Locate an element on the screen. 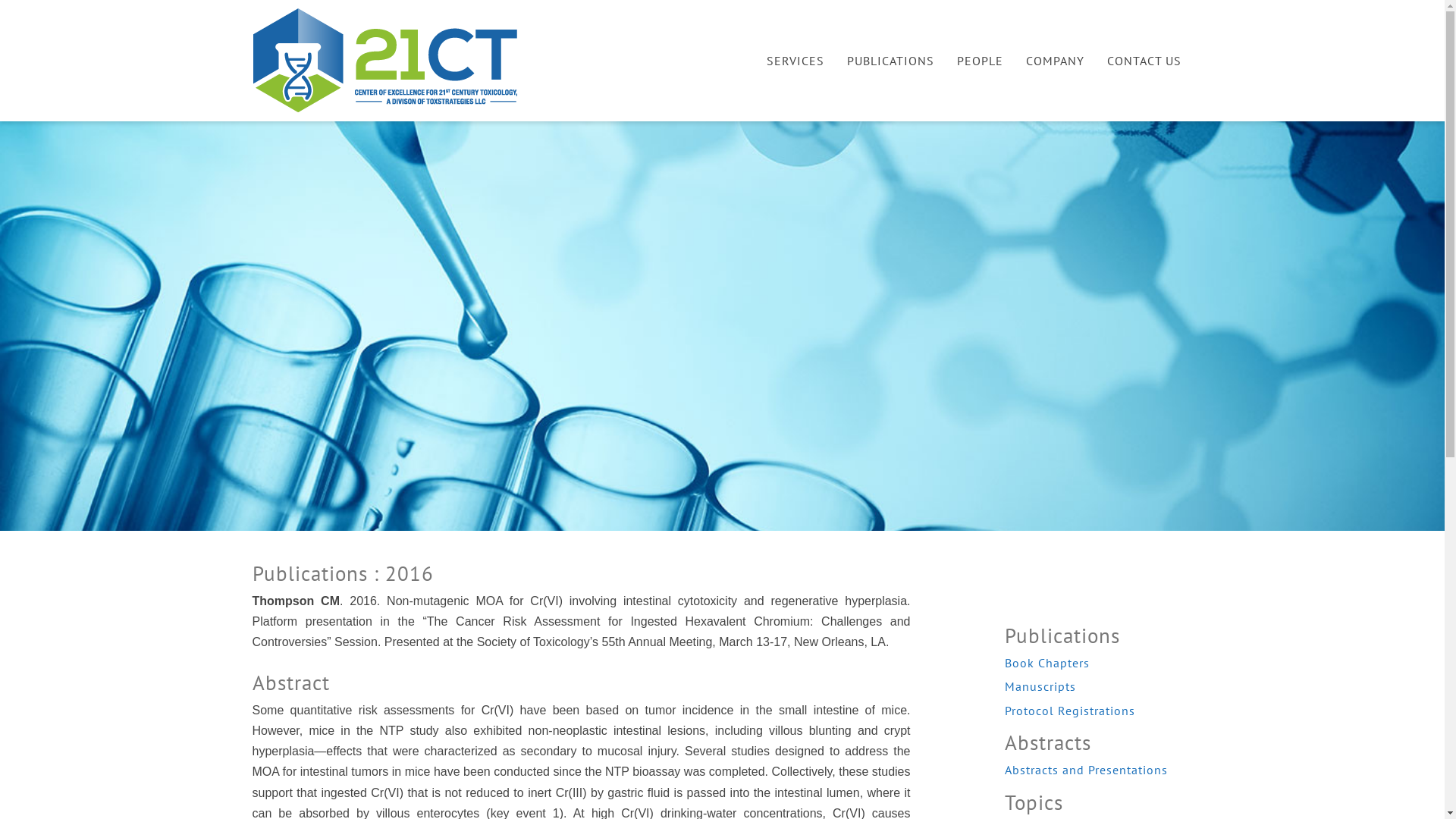 The width and height of the screenshot is (1456, 819). 'Protocol Registrations' is located at coordinates (1098, 711).